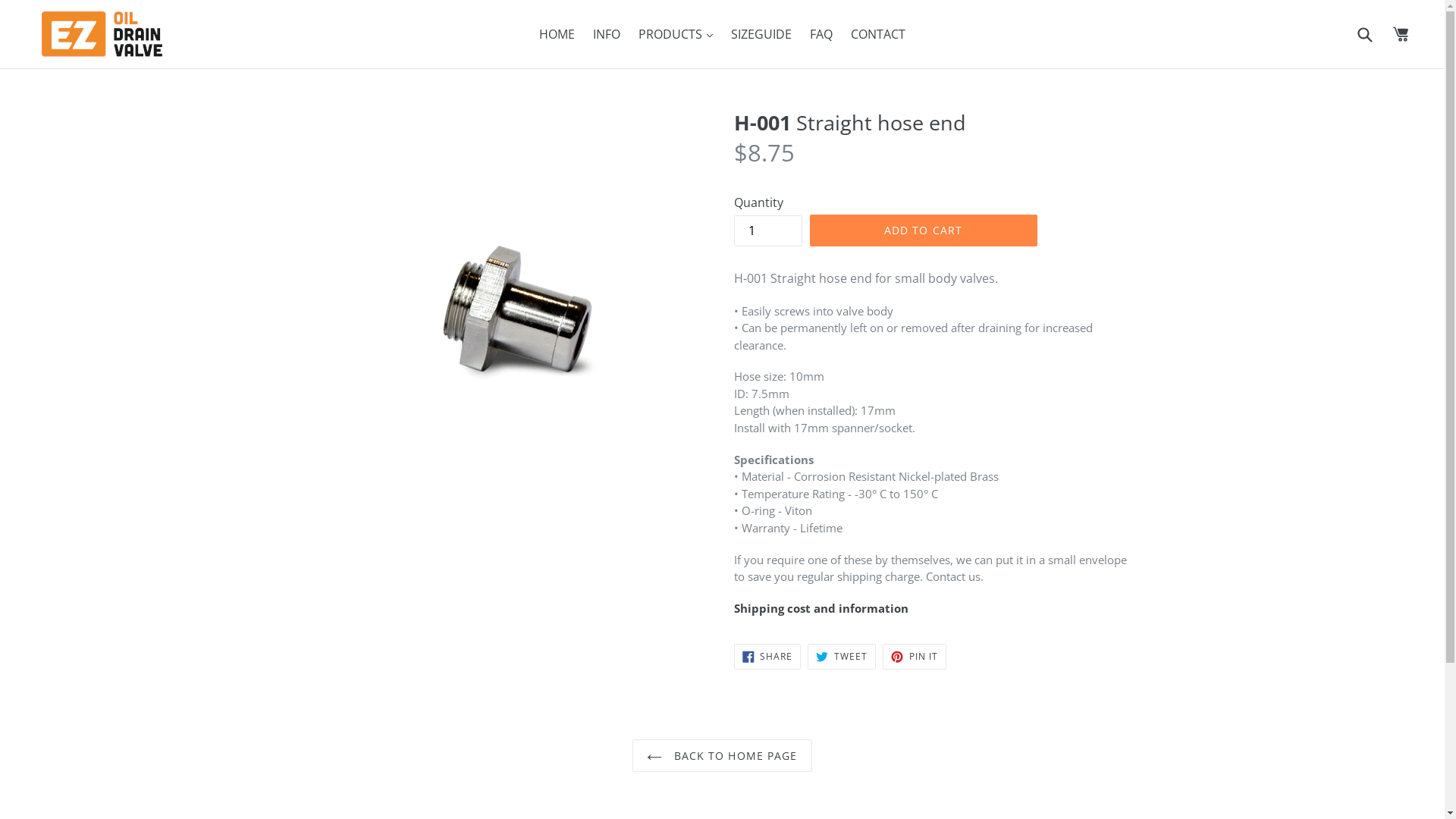 Image resolution: width=1456 pixels, height=819 pixels. I want to click on 'BACK TO HOME PAGE', so click(720, 755).